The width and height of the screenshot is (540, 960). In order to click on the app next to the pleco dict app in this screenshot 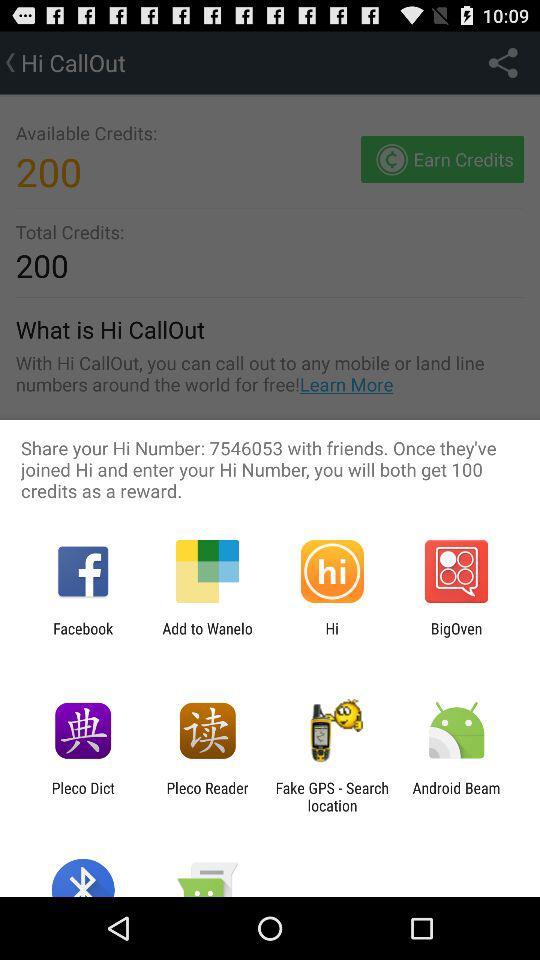, I will do `click(206, 796)`.